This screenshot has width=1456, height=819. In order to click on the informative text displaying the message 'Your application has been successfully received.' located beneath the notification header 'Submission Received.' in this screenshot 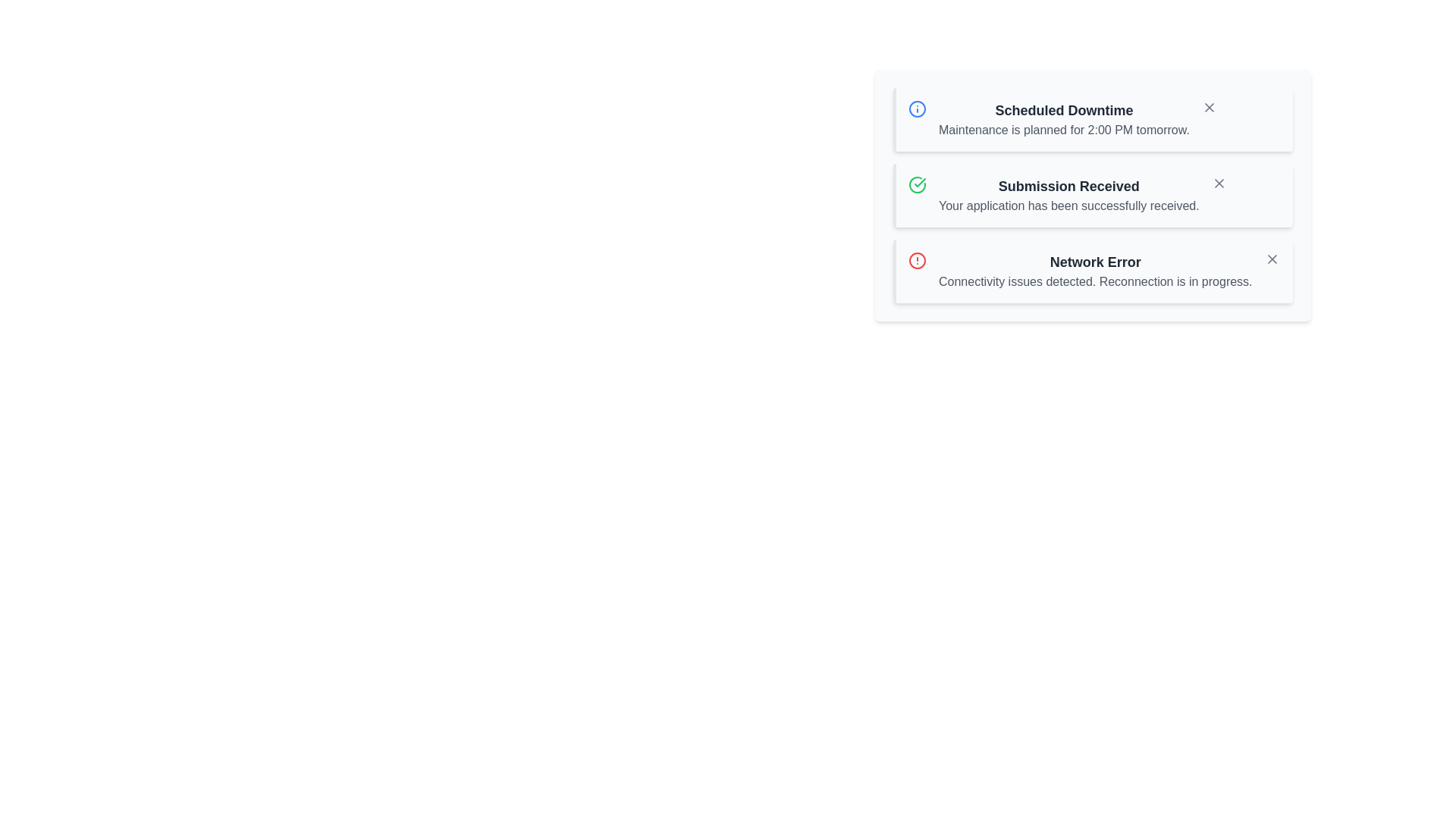, I will do `click(1068, 206)`.